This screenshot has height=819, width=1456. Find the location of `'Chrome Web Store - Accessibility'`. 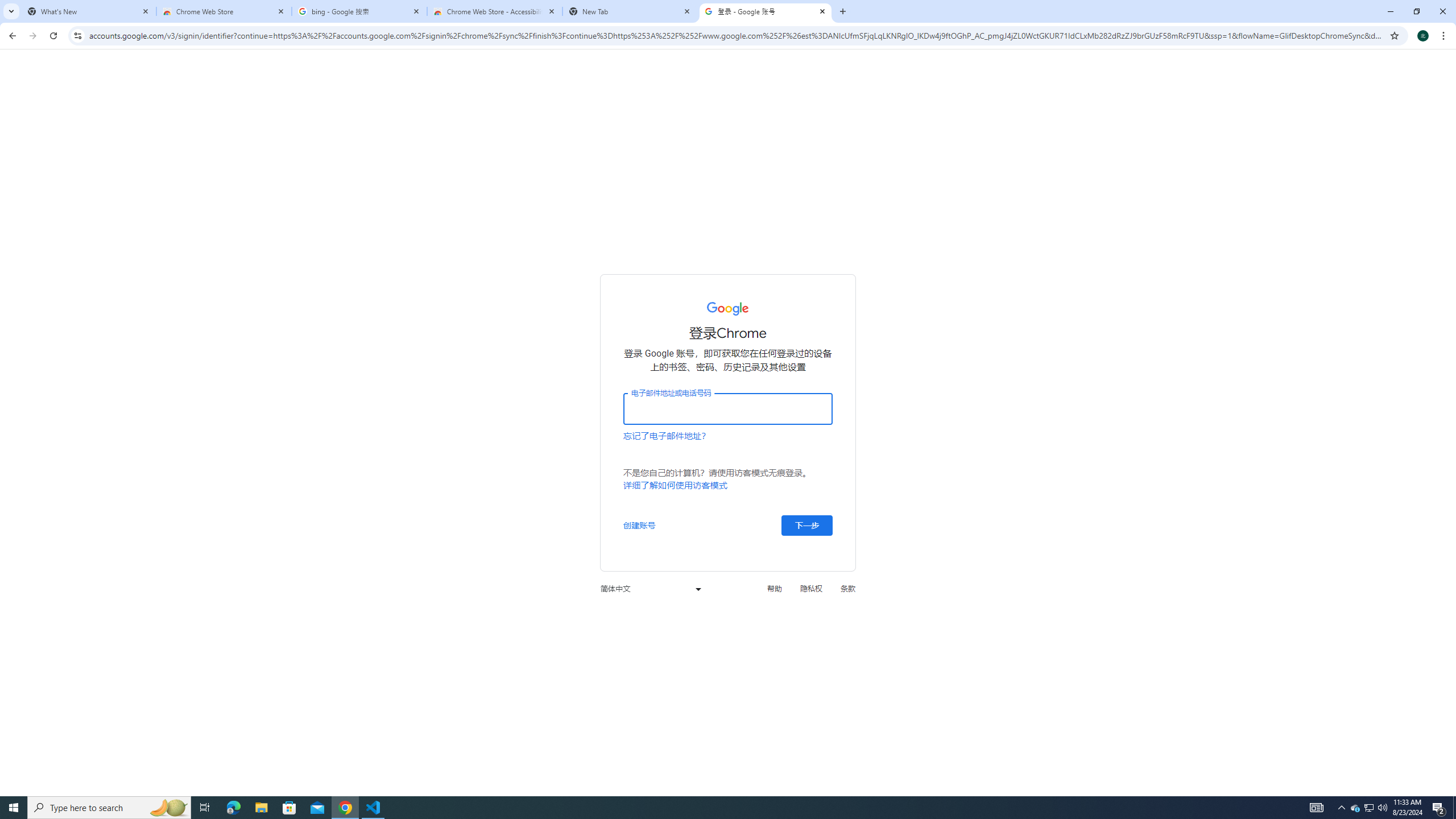

'Chrome Web Store - Accessibility' is located at coordinates (494, 11).